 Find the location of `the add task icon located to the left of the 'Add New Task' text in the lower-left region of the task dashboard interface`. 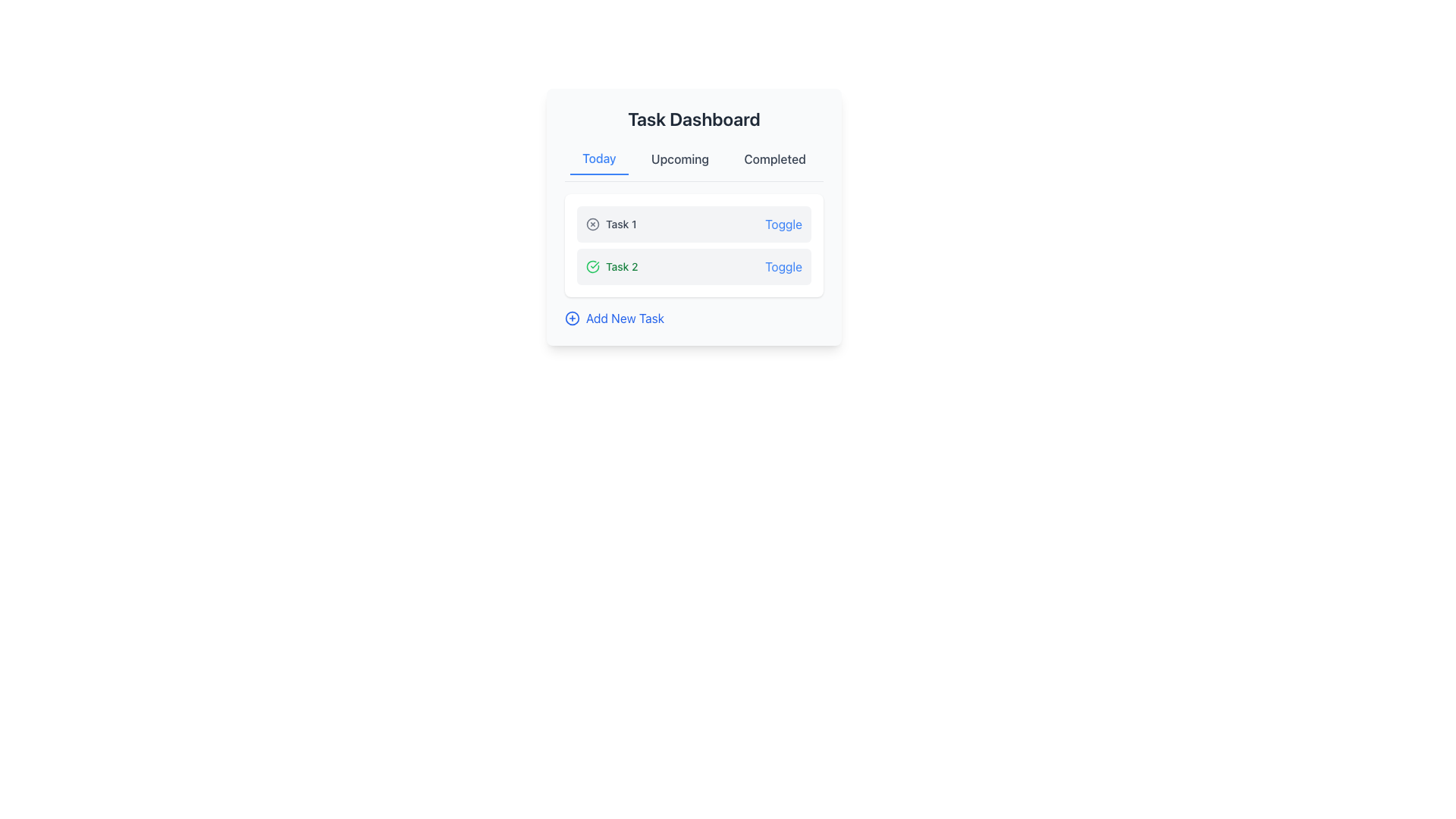

the add task icon located to the left of the 'Add New Task' text in the lower-left region of the task dashboard interface is located at coordinates (571, 318).